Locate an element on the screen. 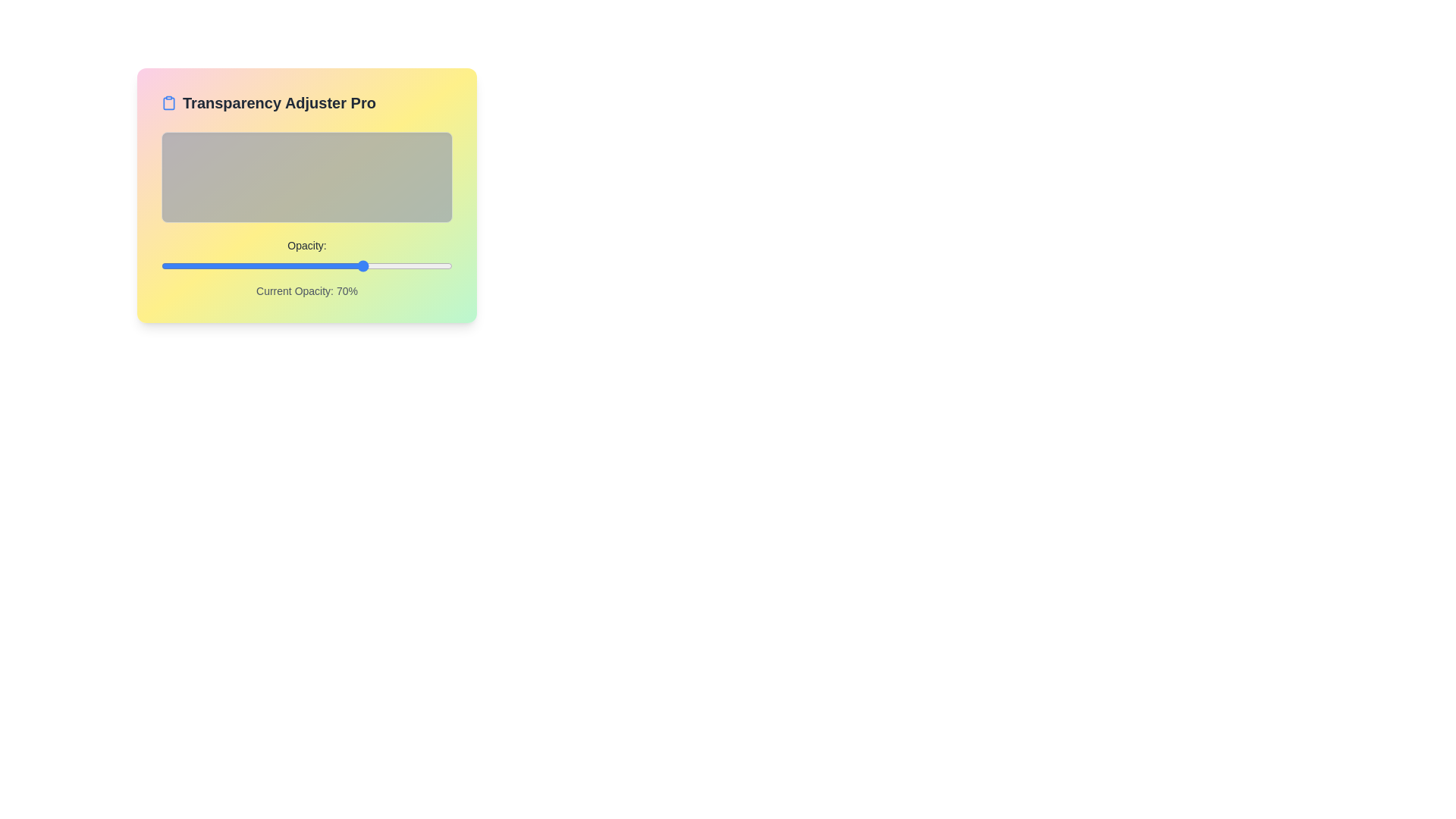 The width and height of the screenshot is (1456, 819). the opacity slider to 44% is located at coordinates (289, 265).